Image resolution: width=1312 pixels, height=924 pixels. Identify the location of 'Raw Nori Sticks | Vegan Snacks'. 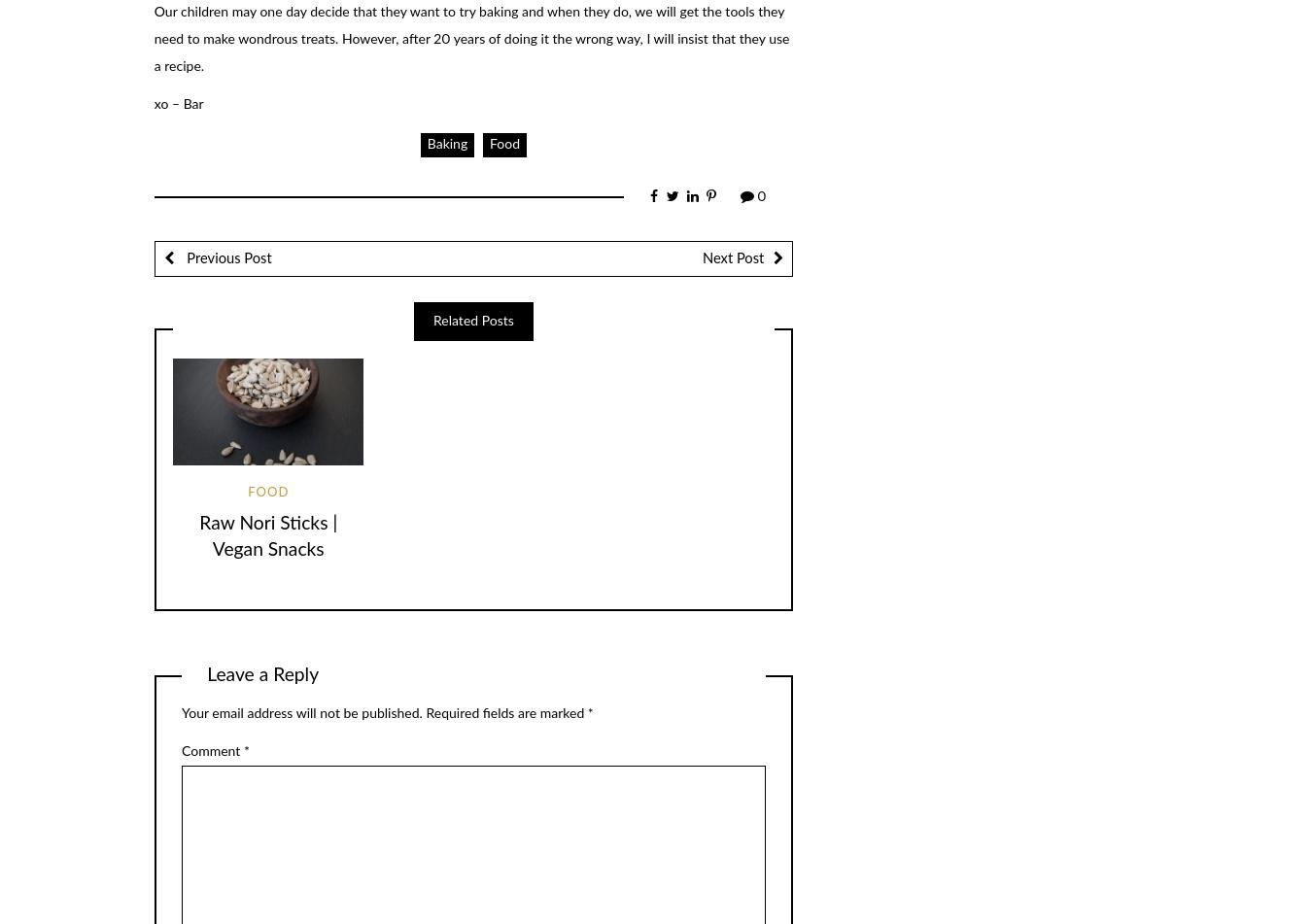
(266, 534).